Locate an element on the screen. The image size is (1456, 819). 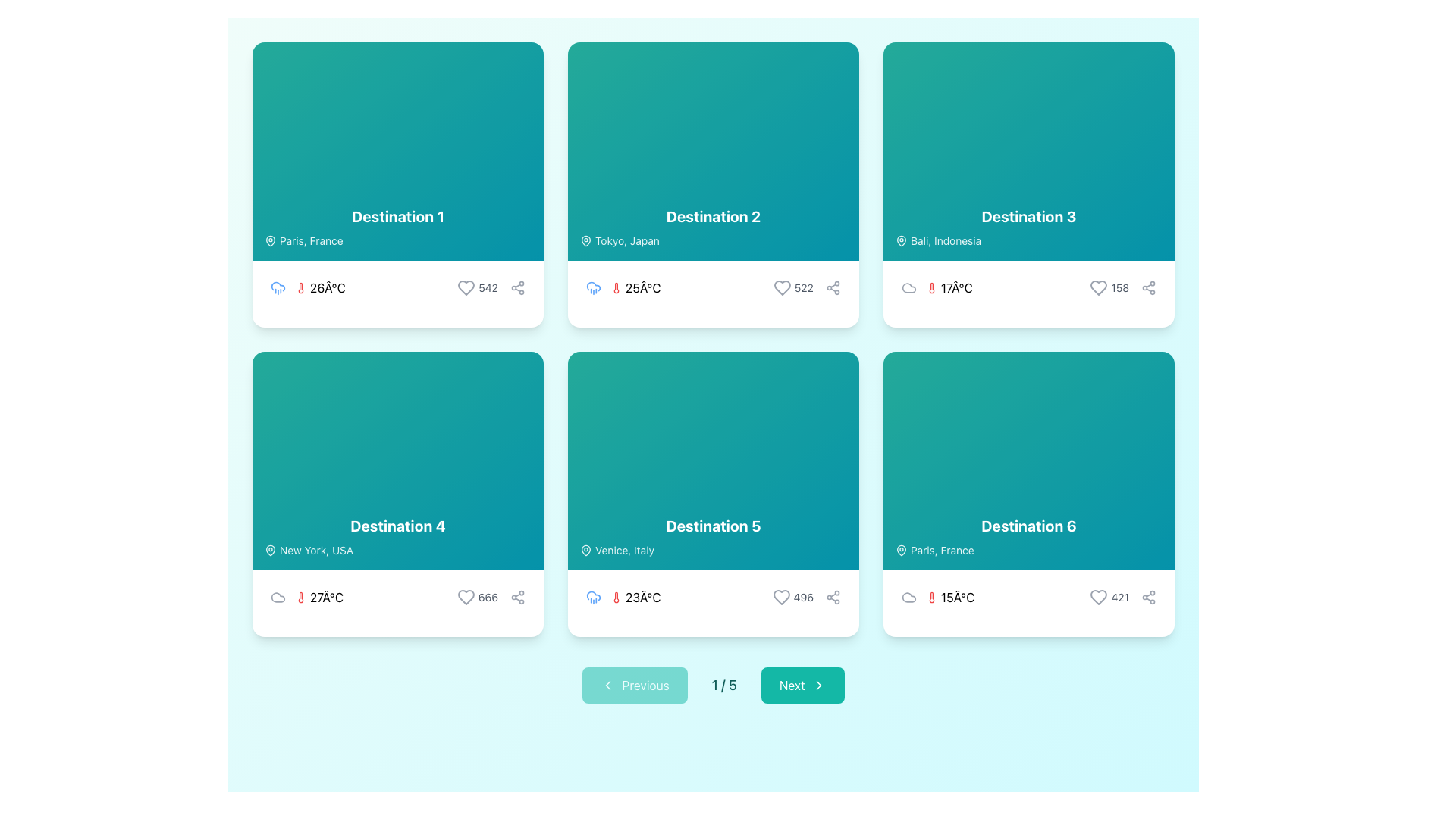
the text label displaying '17Â°C' located in the bottom section of the card labeled 'Destination 3' (Bali, Indonesia), following the thermometer icon is located at coordinates (955, 288).